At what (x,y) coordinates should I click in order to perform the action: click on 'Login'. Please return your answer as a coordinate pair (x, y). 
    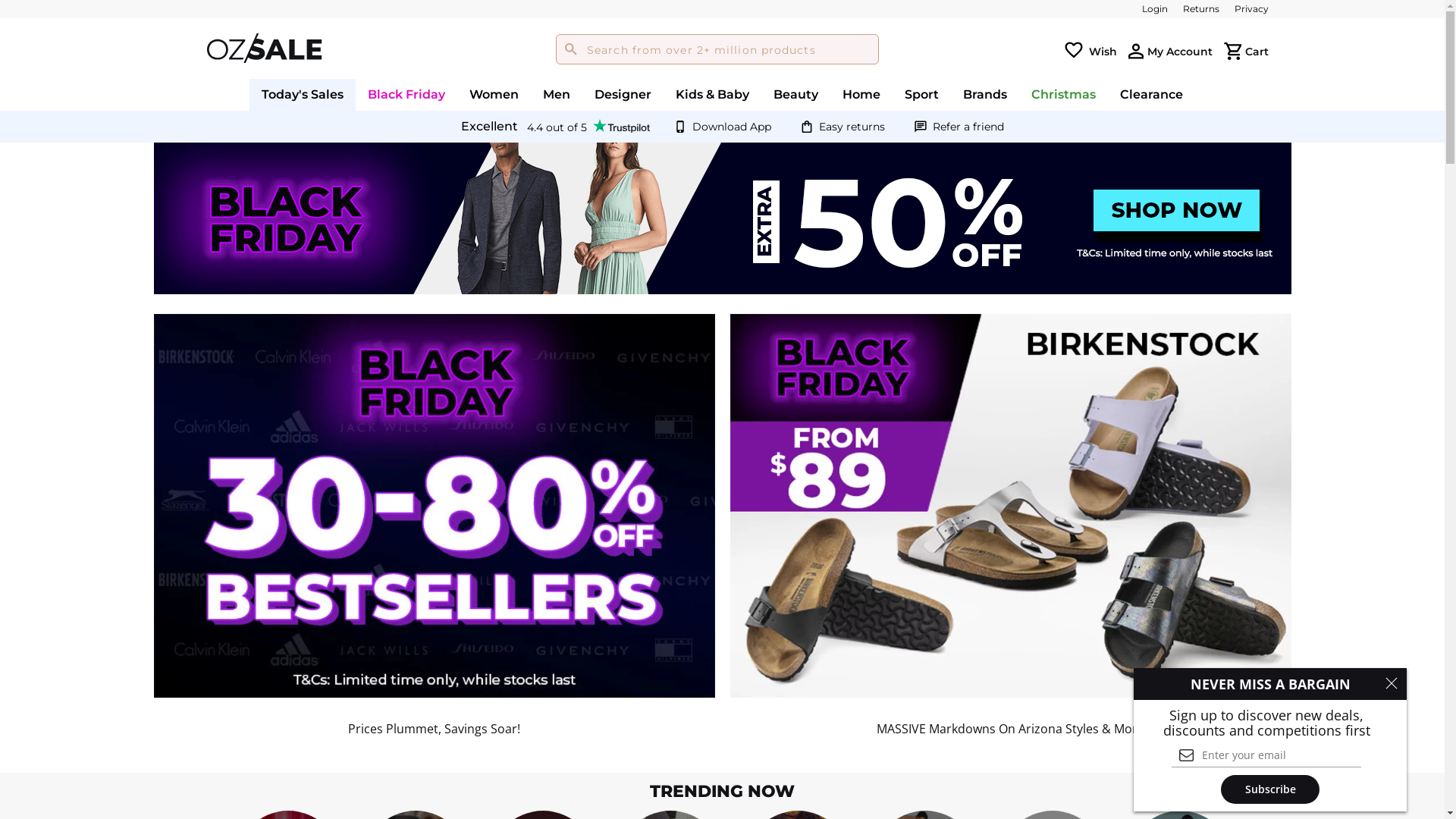
    Looking at the image, I should click on (1142, 9).